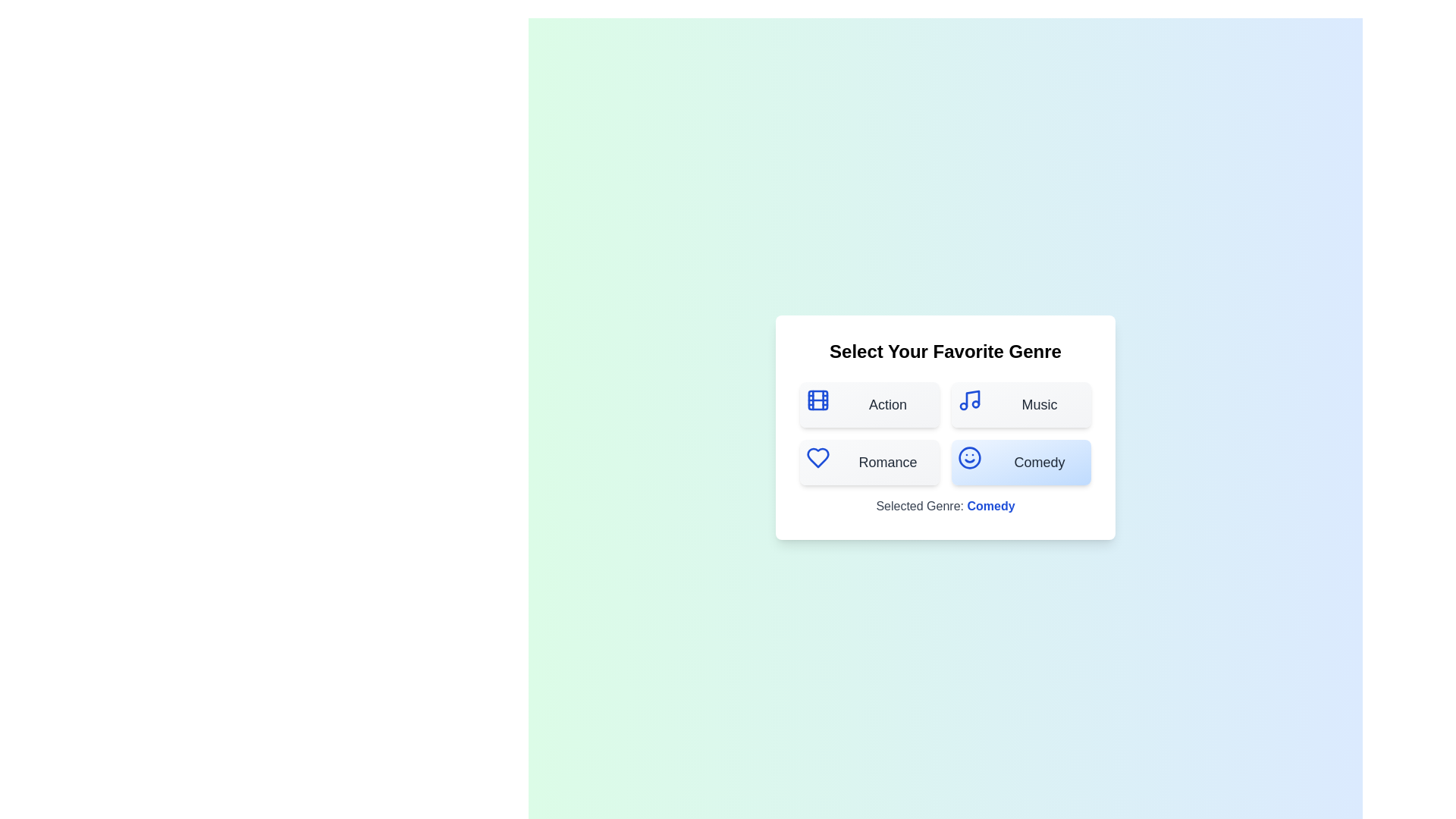  What do you see at coordinates (1039, 403) in the screenshot?
I see `text label indicating the genre 'Music' located in the upper-right button under 'Select Your Favorite Genre'` at bounding box center [1039, 403].